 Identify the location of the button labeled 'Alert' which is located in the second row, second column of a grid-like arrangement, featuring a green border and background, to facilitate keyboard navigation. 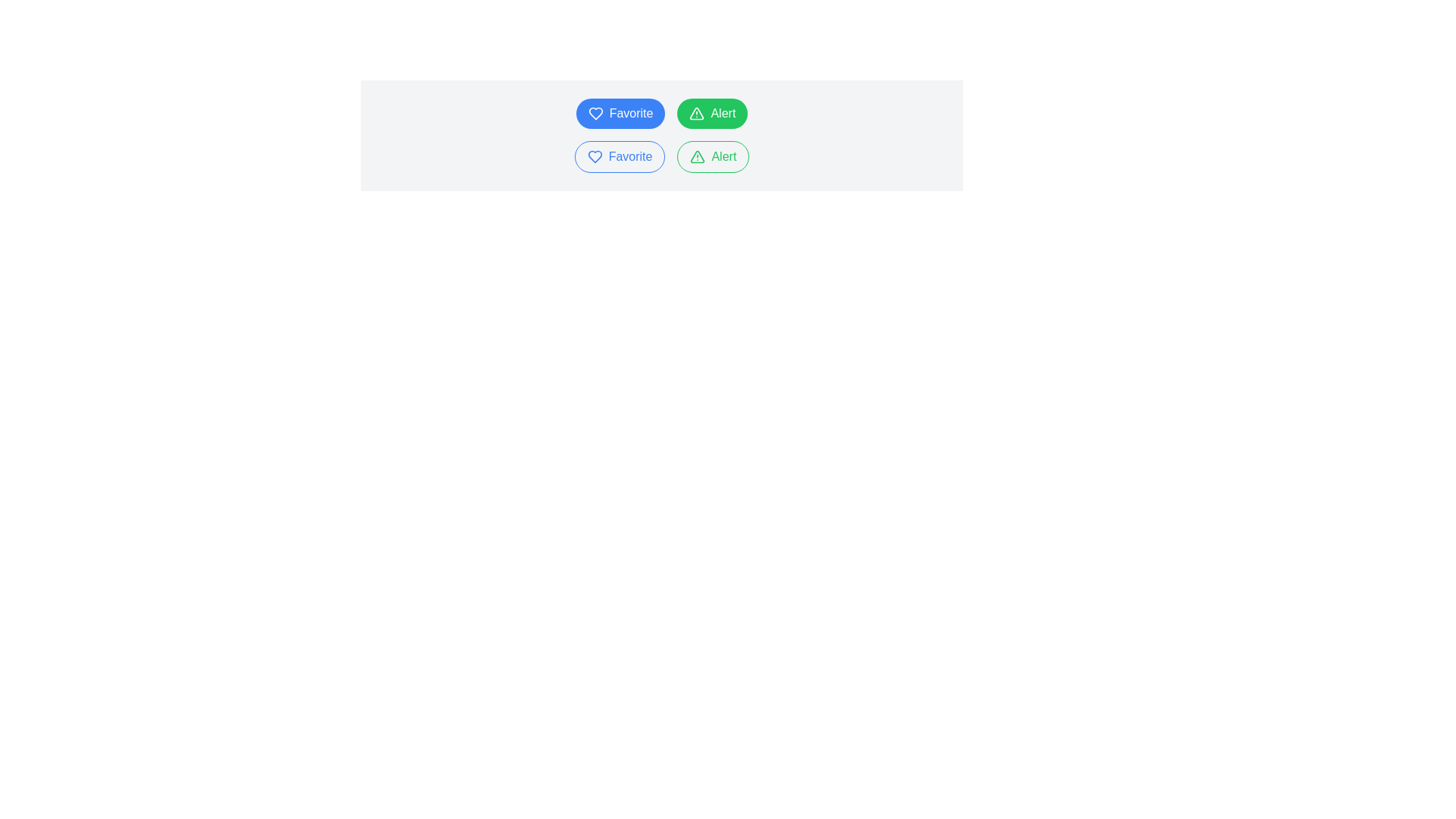
(723, 157).